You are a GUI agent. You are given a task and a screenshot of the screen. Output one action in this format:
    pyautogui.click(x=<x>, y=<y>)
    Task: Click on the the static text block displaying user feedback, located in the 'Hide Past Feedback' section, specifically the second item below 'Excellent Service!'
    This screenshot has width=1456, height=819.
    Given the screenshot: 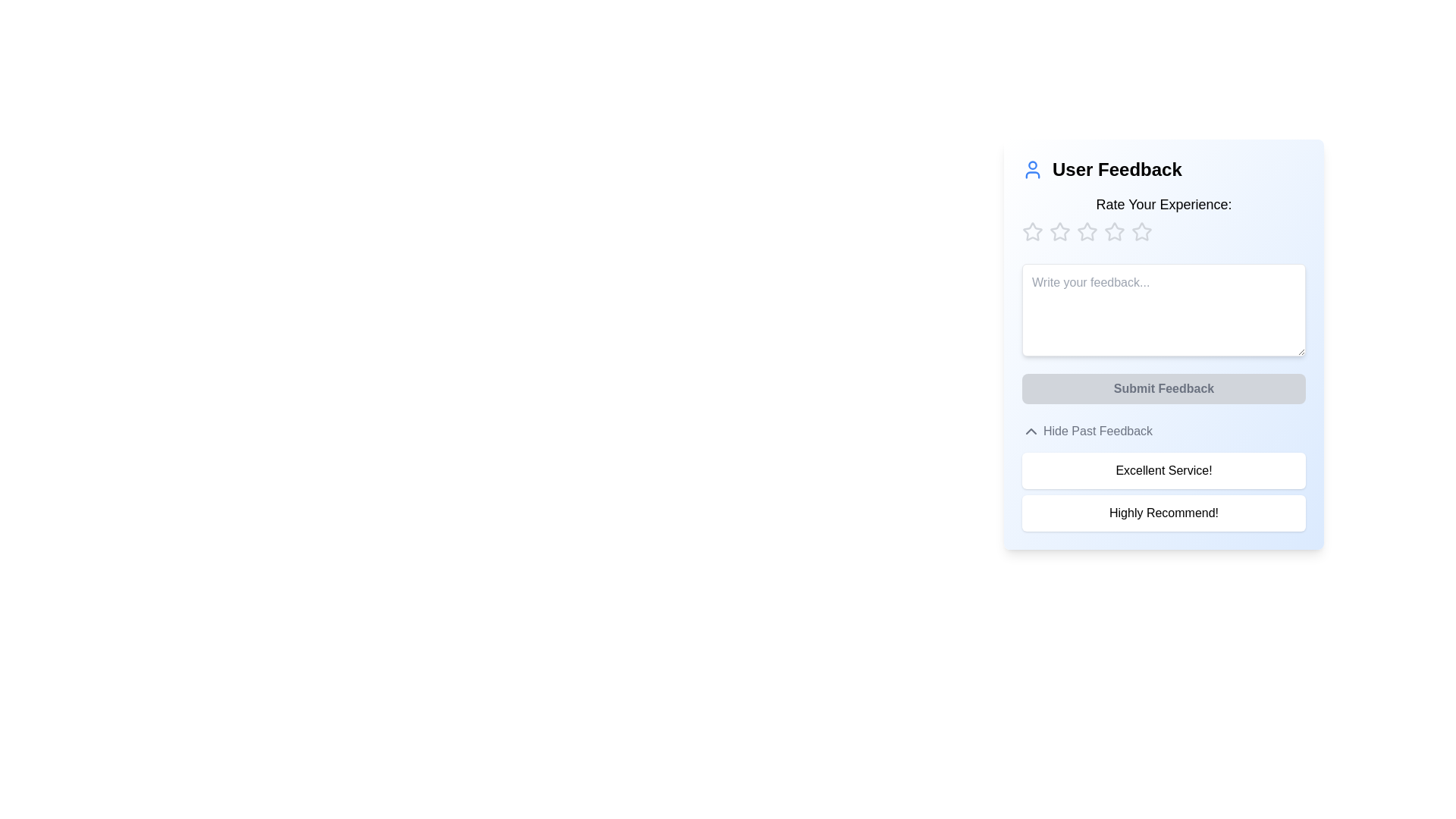 What is the action you would take?
    pyautogui.click(x=1163, y=513)
    